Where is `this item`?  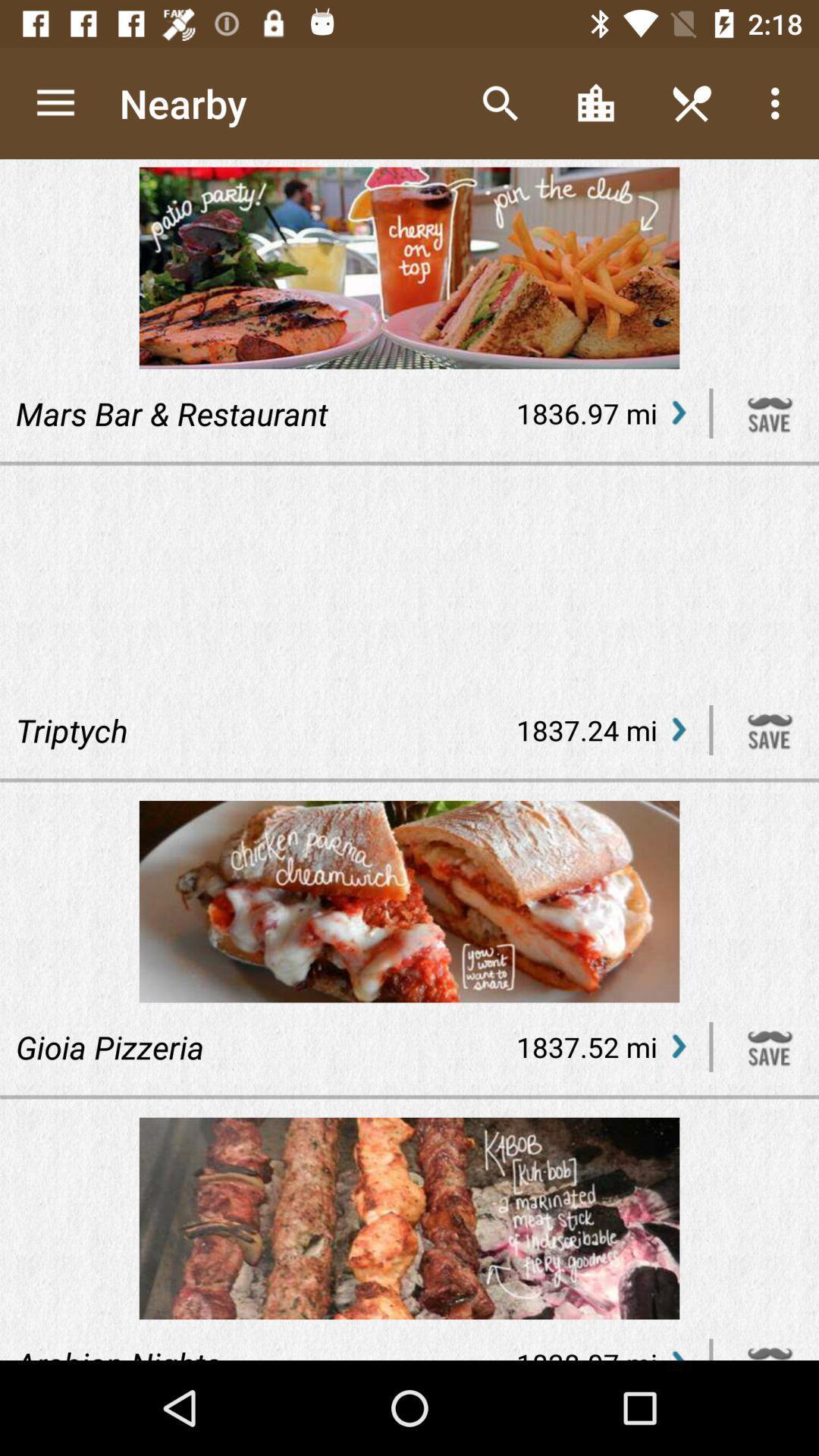 this item is located at coordinates (770, 730).